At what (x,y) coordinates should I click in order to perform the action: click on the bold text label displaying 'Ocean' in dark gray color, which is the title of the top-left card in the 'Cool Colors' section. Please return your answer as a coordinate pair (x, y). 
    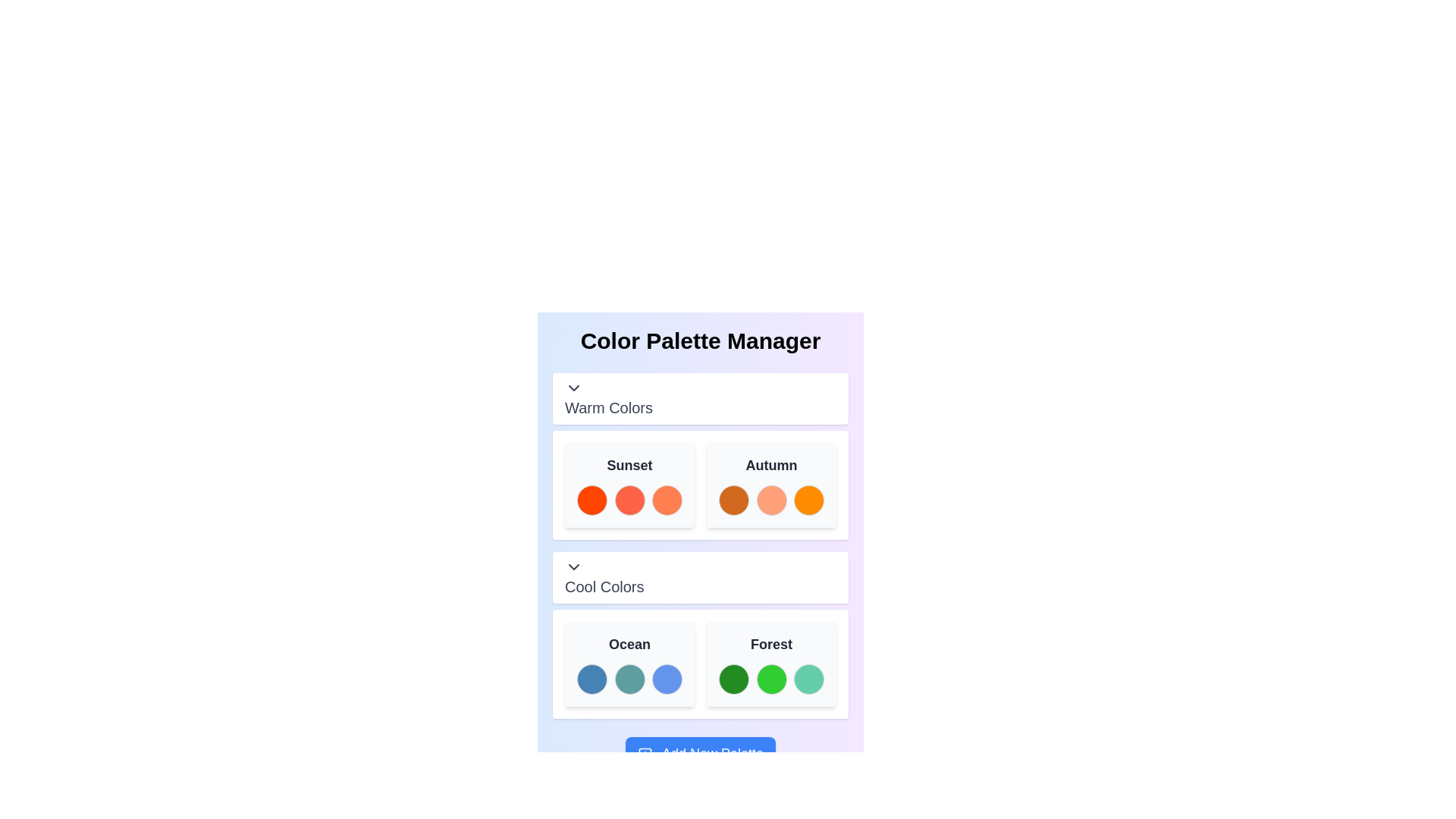
    Looking at the image, I should click on (629, 644).